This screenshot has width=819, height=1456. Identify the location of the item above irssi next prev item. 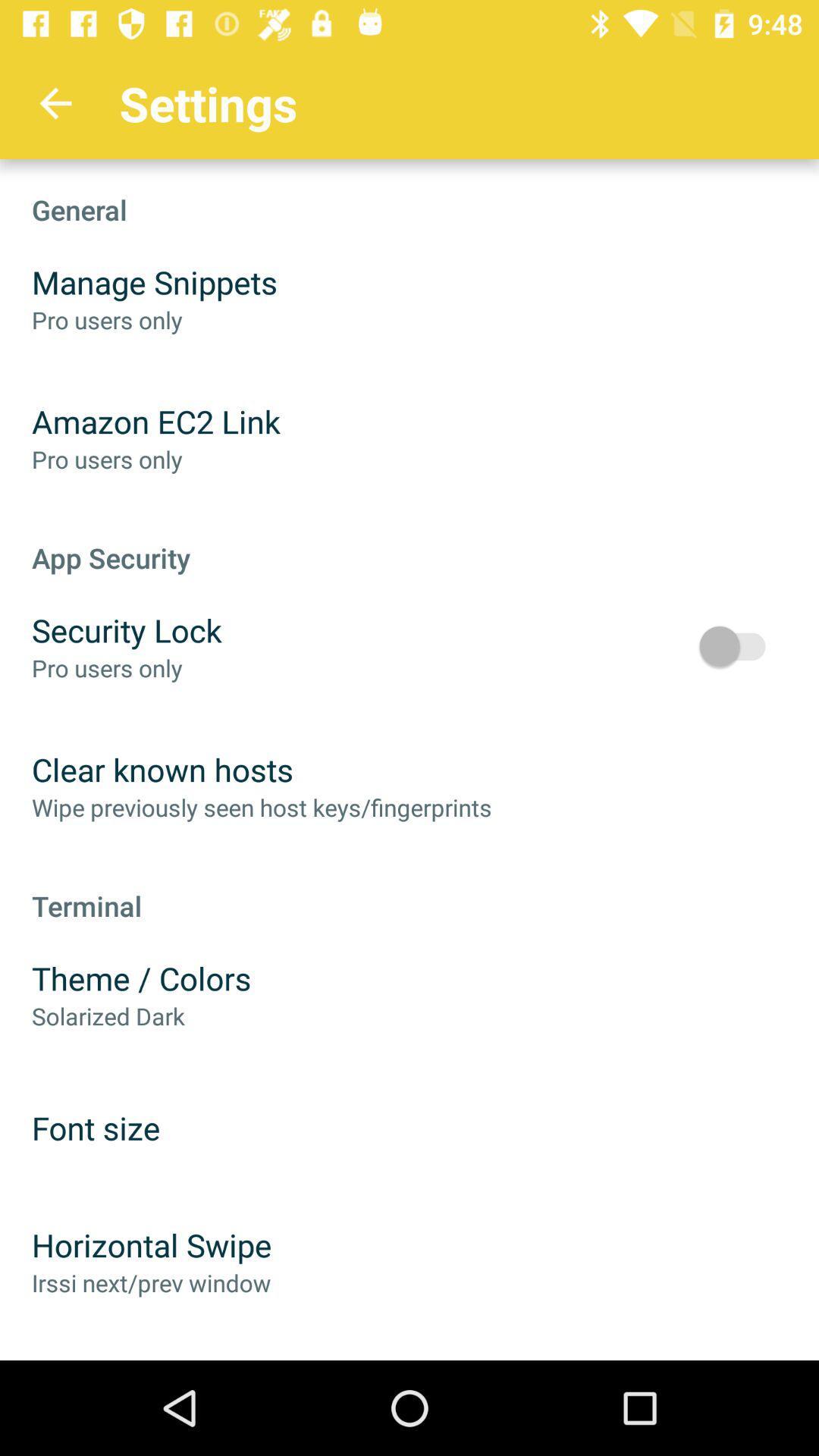
(152, 1244).